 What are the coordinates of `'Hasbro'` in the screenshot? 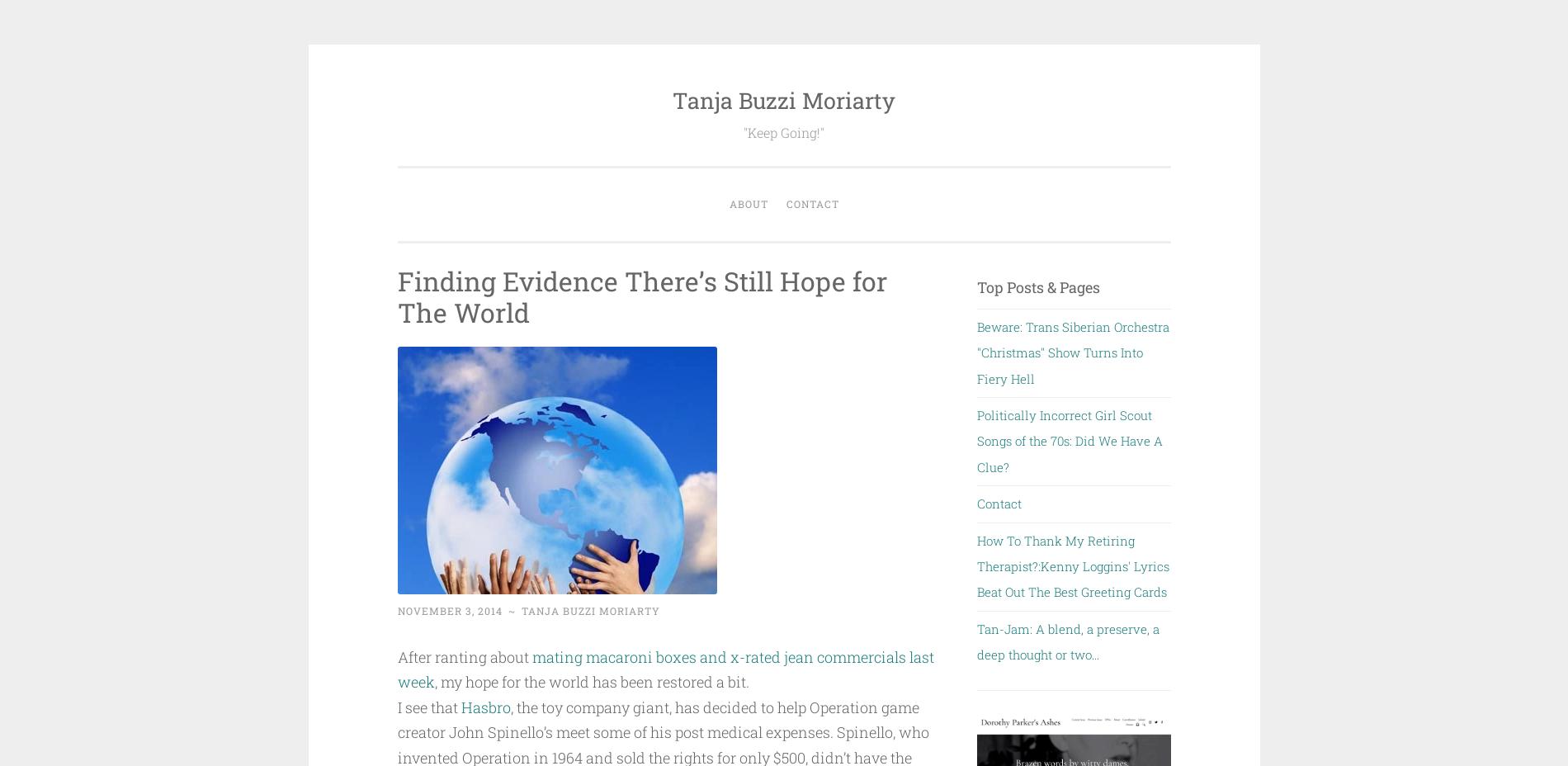 It's located at (485, 706).